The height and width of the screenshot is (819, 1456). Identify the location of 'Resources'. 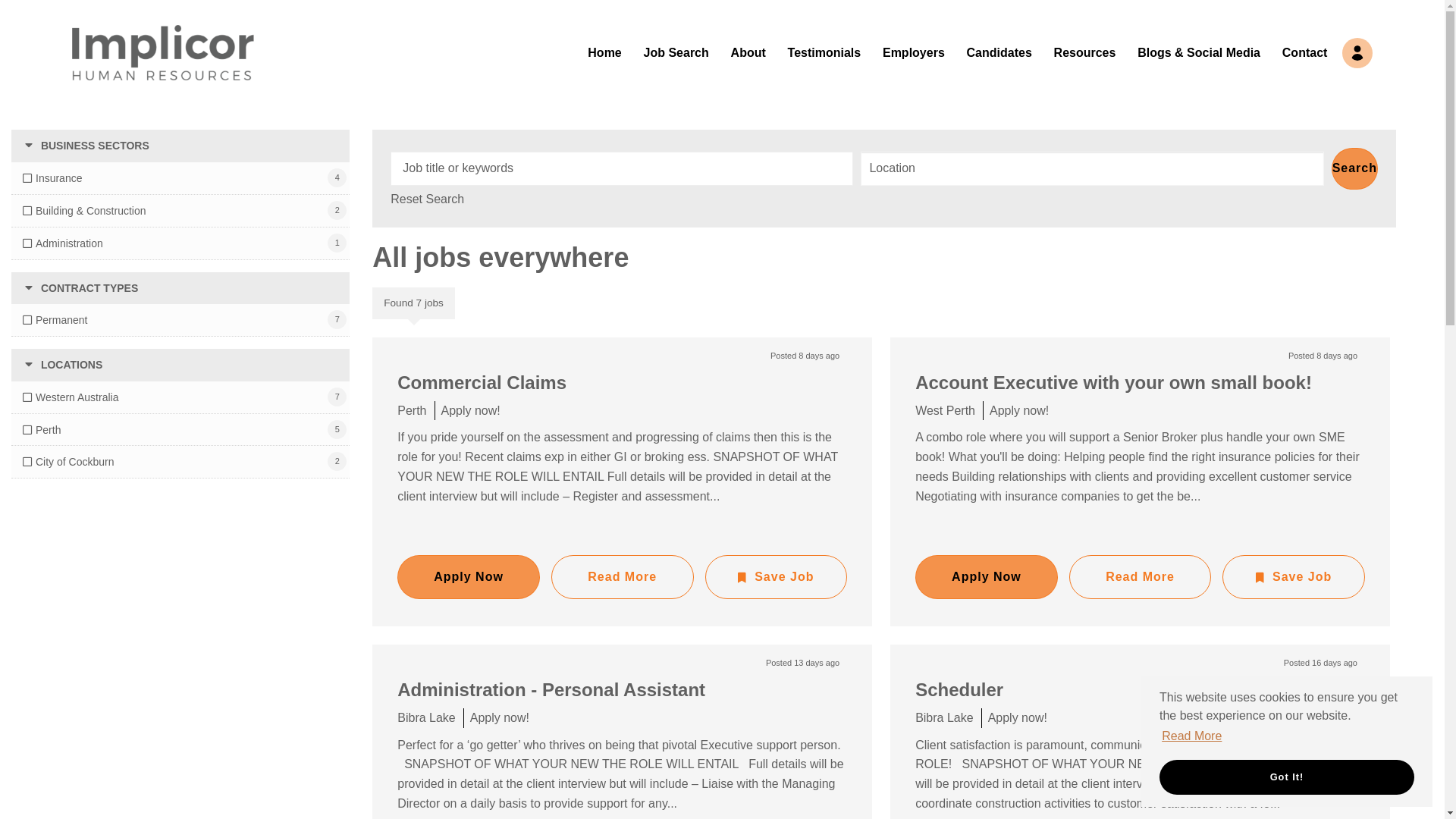
(1084, 52).